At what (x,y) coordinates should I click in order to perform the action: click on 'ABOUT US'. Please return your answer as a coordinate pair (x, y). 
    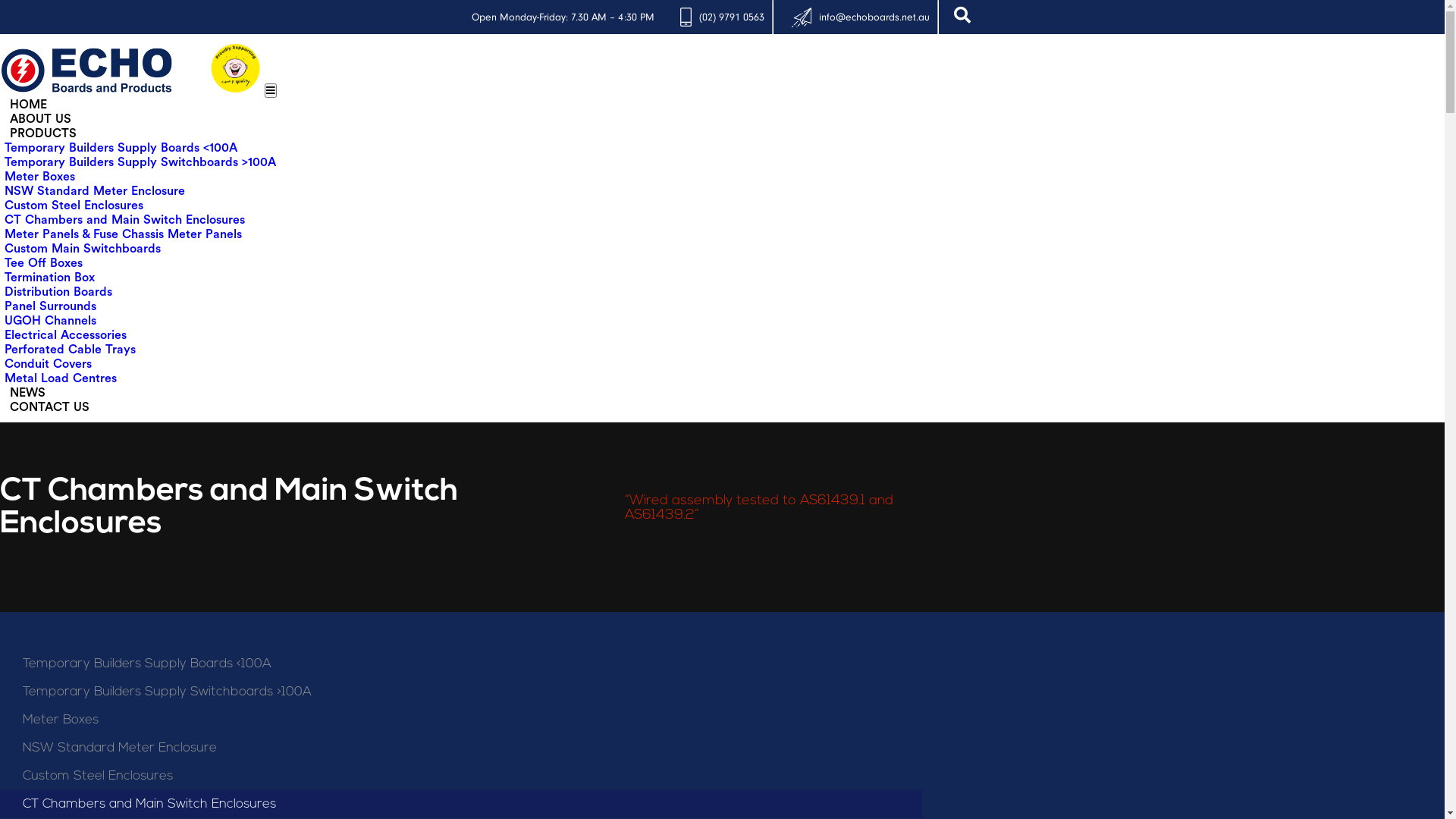
    Looking at the image, I should click on (4, 118).